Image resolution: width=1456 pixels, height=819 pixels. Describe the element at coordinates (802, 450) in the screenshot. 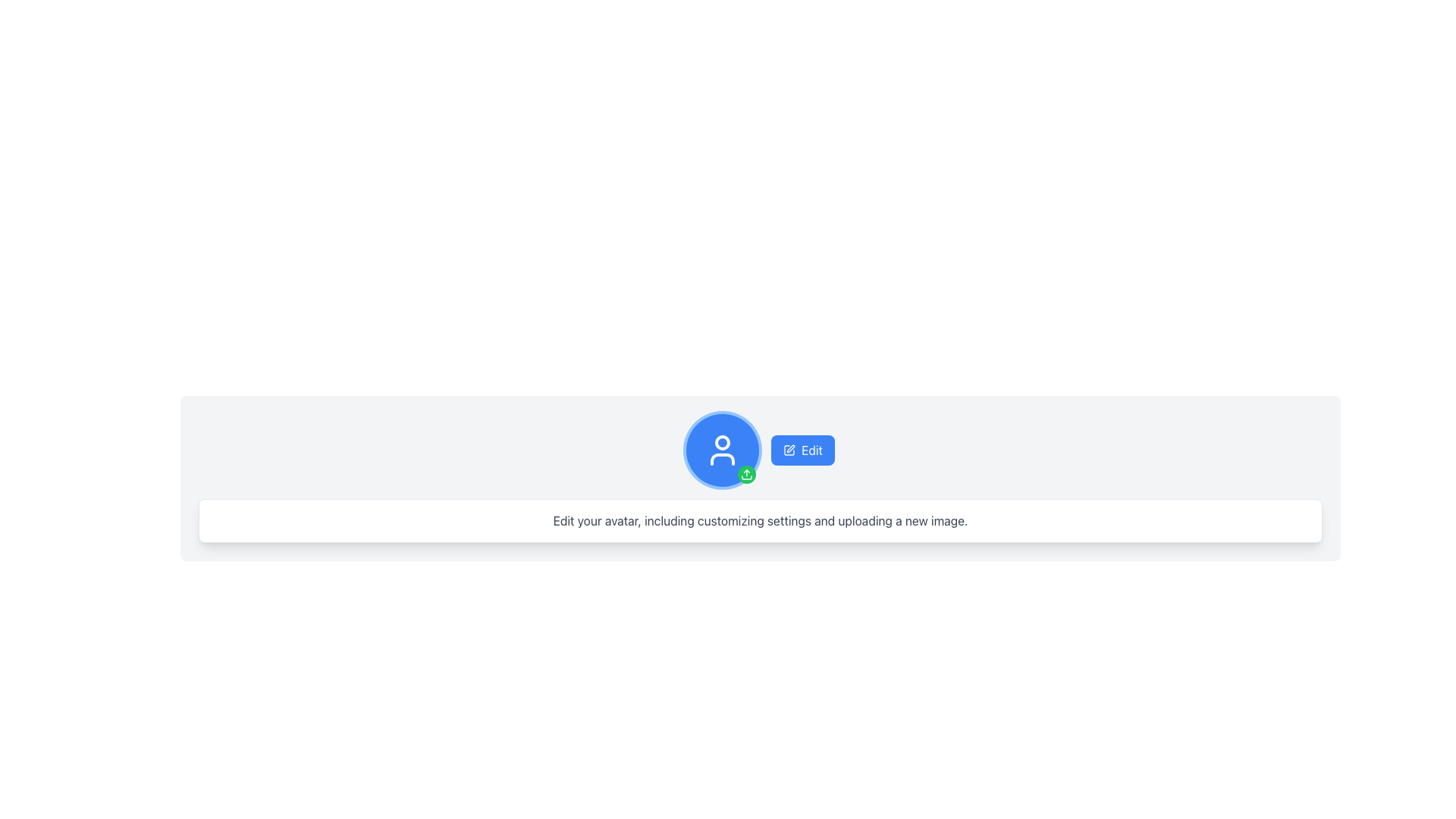

I see `the 'Edit' button, which is a rectangular button with a blue background and white text, located to the right of the avatar icon` at that location.